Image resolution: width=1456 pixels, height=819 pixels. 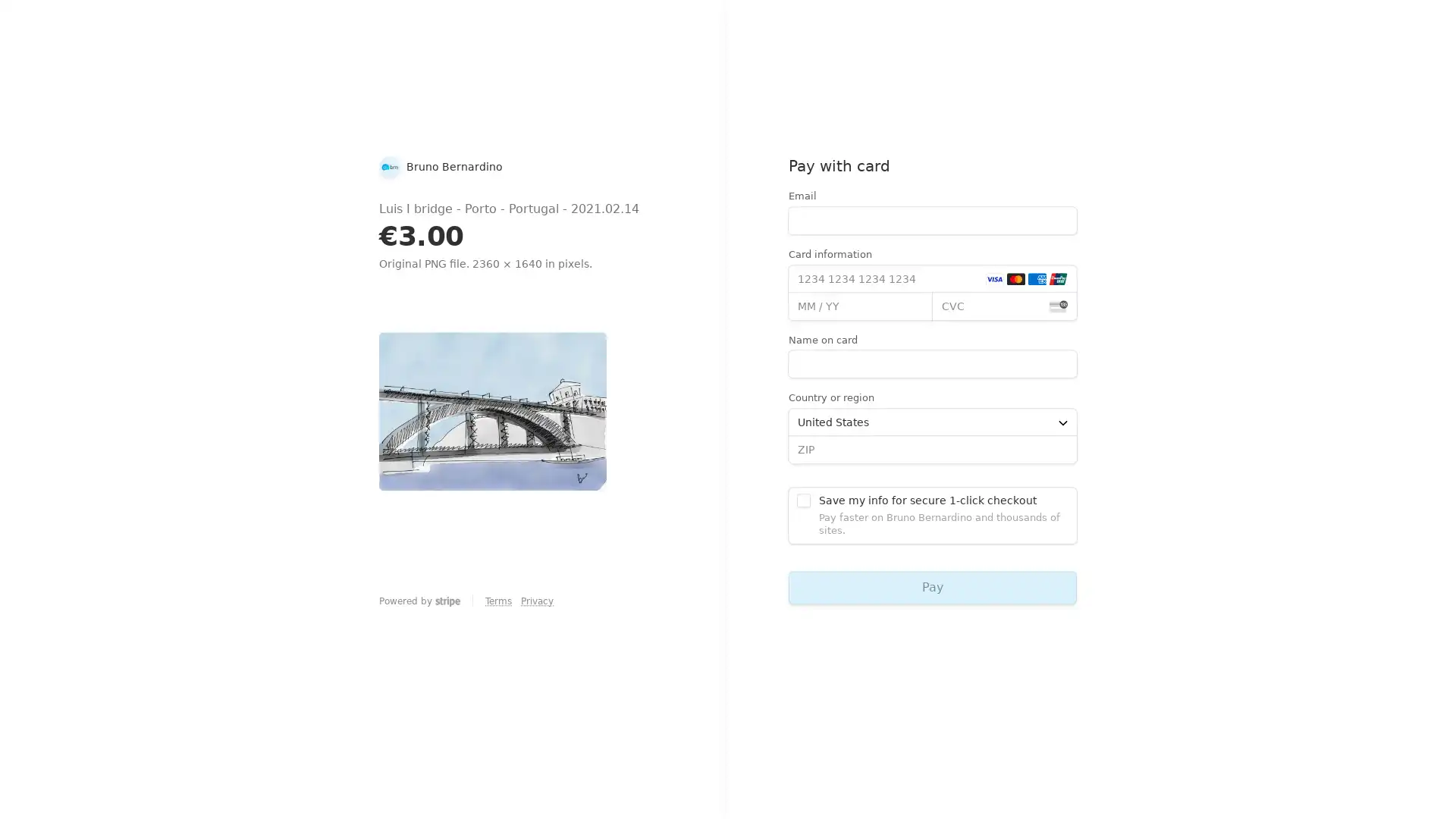 What do you see at coordinates (931, 586) in the screenshot?
I see `Pay` at bounding box center [931, 586].